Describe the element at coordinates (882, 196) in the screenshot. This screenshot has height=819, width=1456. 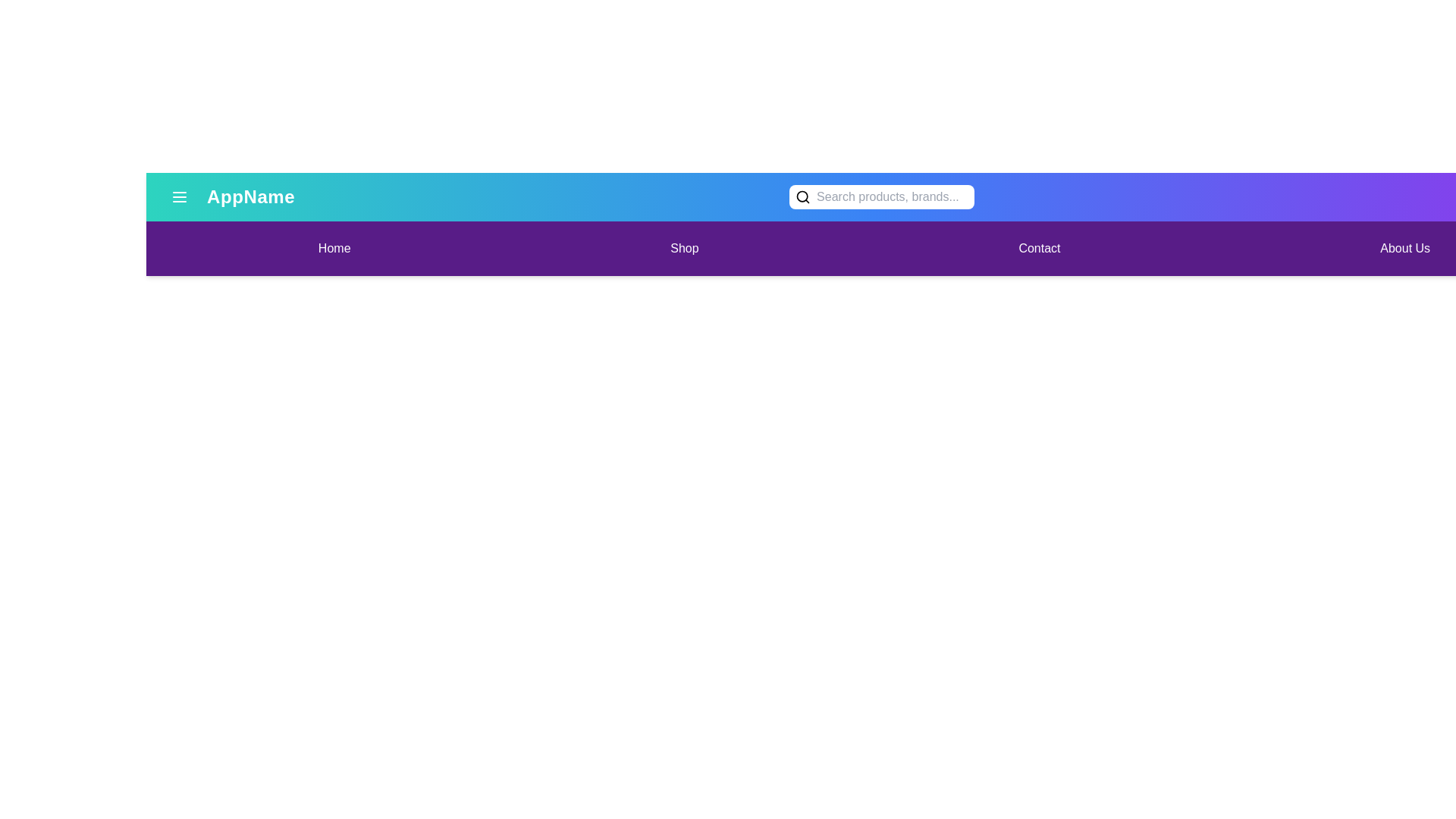
I see `the search input field, which is a horizontally rectangular bar with a white background and a magnifying glass icon, to focus and write search terms` at that location.